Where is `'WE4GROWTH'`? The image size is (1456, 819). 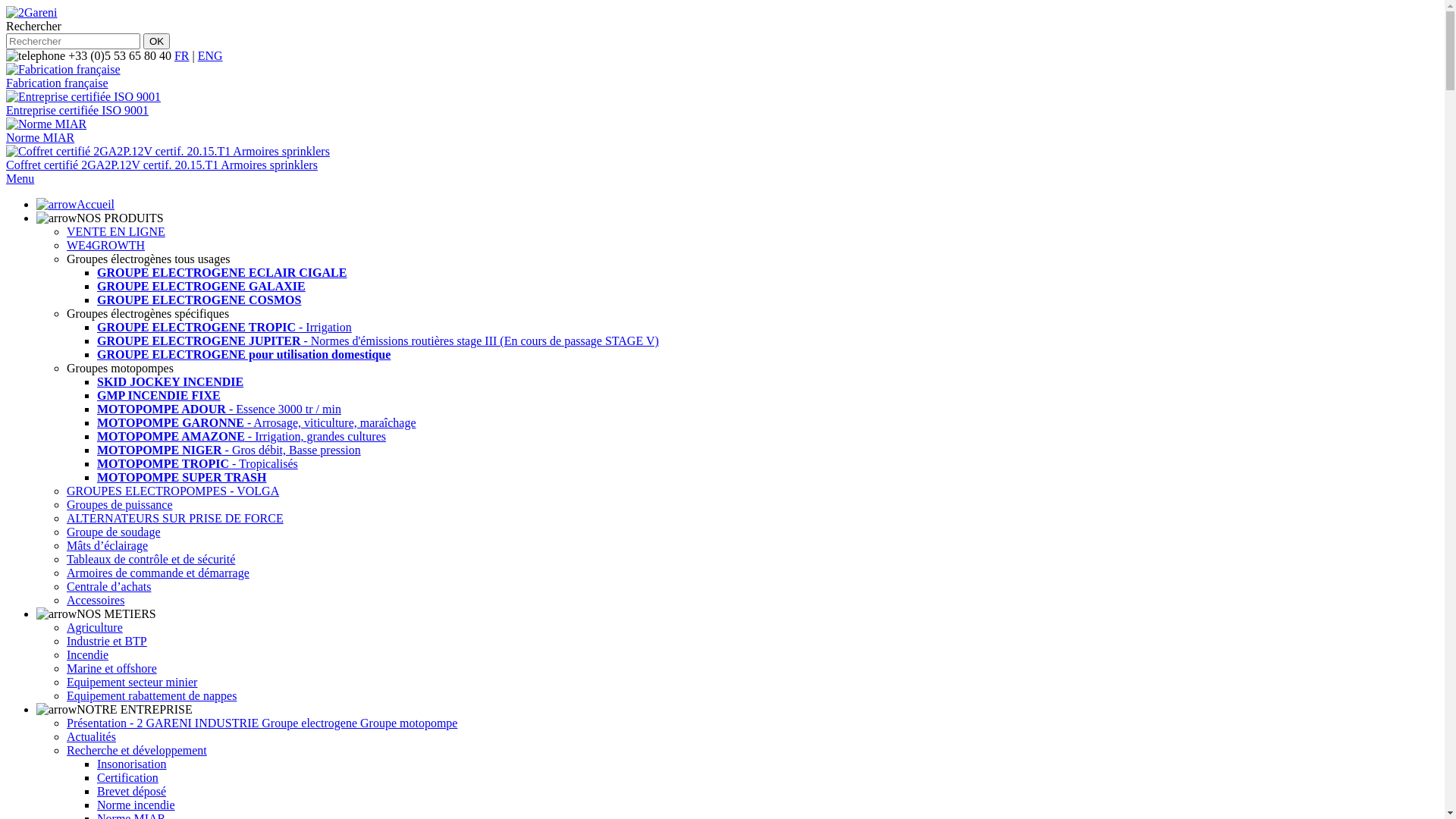
'WE4GROWTH' is located at coordinates (105, 244).